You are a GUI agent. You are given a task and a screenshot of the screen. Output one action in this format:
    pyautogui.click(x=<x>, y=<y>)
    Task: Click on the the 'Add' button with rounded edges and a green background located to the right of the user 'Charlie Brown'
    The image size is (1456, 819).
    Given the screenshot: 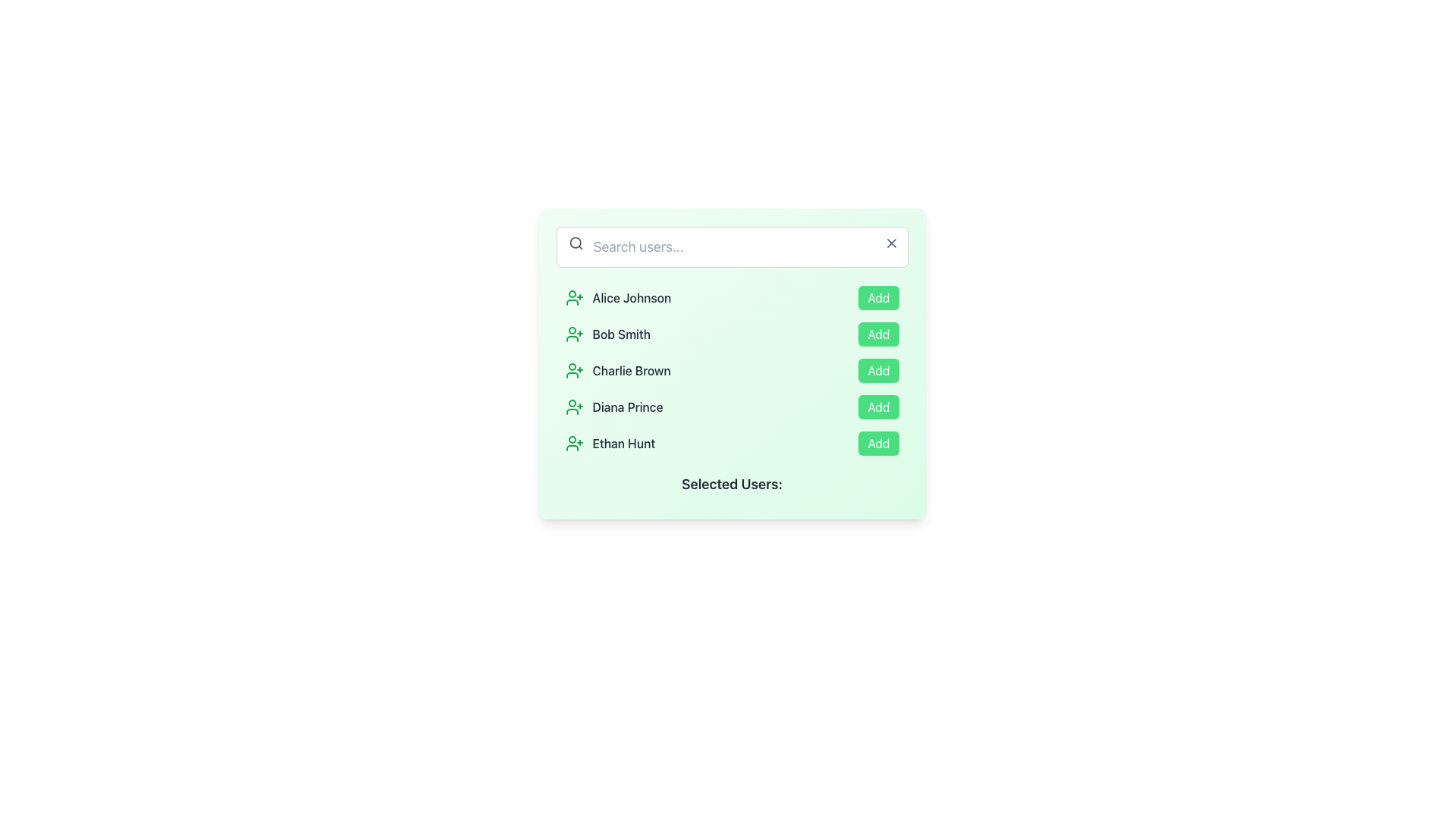 What is the action you would take?
    pyautogui.click(x=878, y=371)
    